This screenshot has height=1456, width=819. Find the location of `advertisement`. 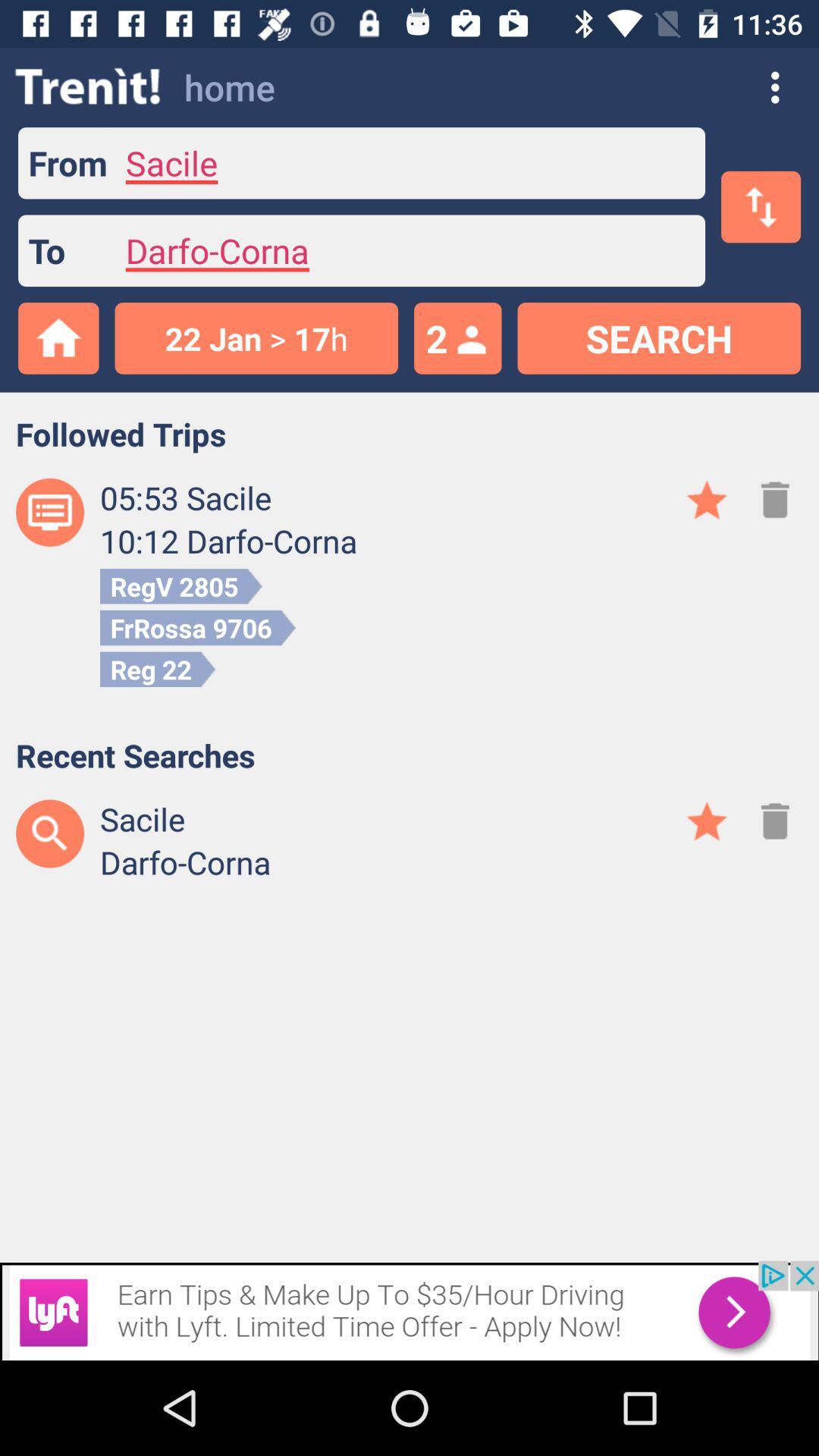

advertisement is located at coordinates (409, 1310).